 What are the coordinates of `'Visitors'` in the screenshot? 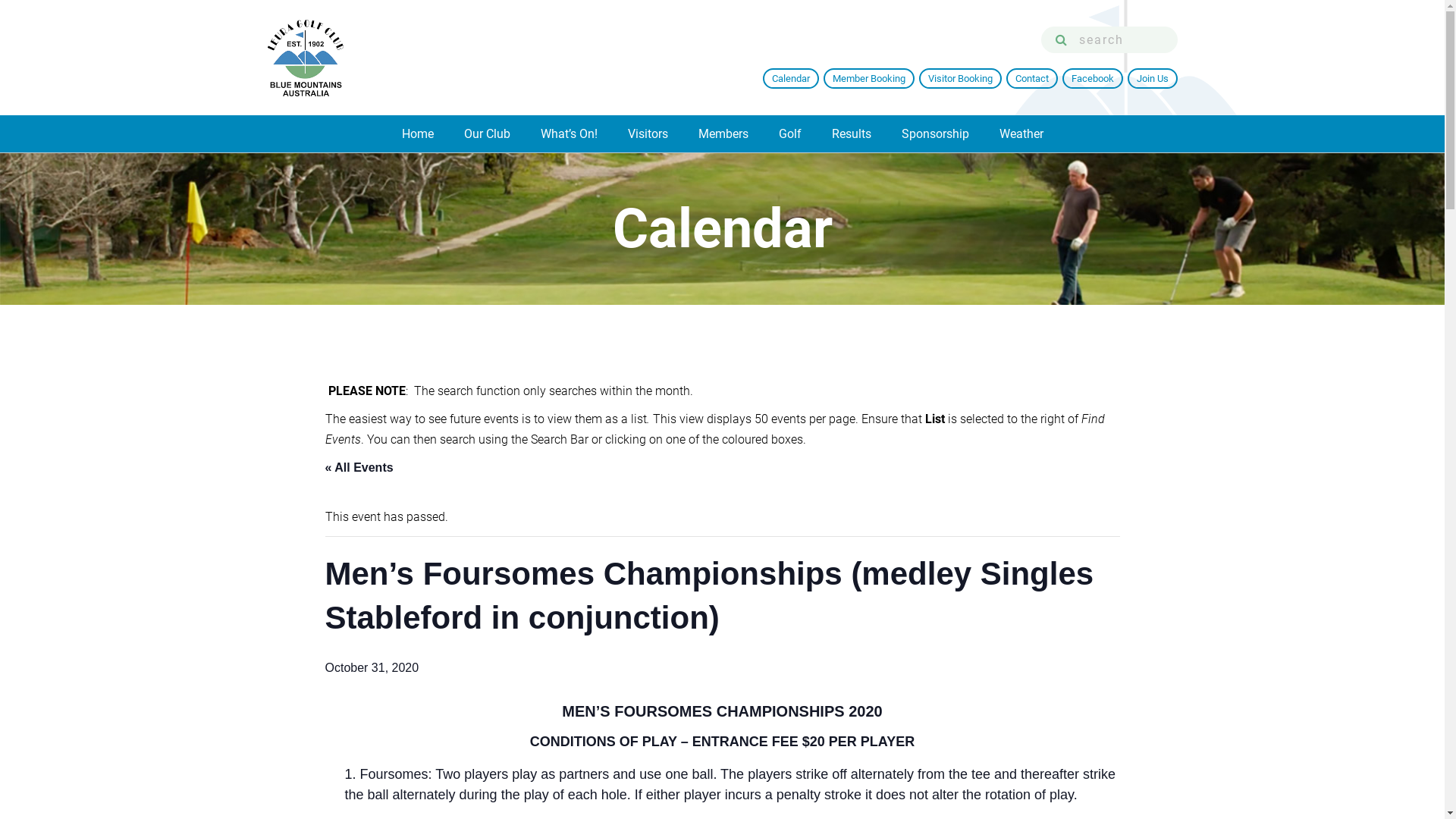 It's located at (648, 133).